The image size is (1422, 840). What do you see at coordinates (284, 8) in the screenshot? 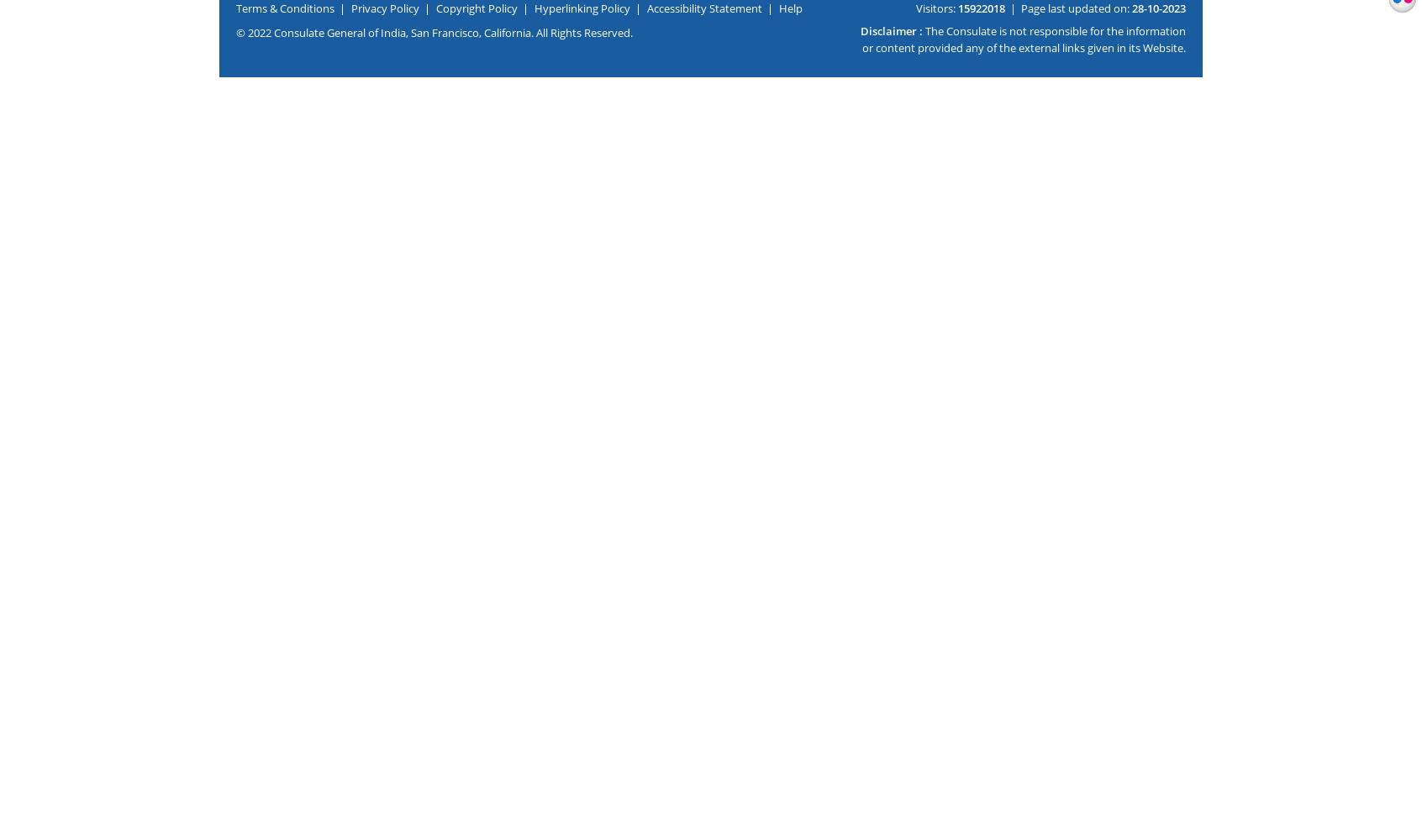
I see `'Terms & Conditions'` at bounding box center [284, 8].